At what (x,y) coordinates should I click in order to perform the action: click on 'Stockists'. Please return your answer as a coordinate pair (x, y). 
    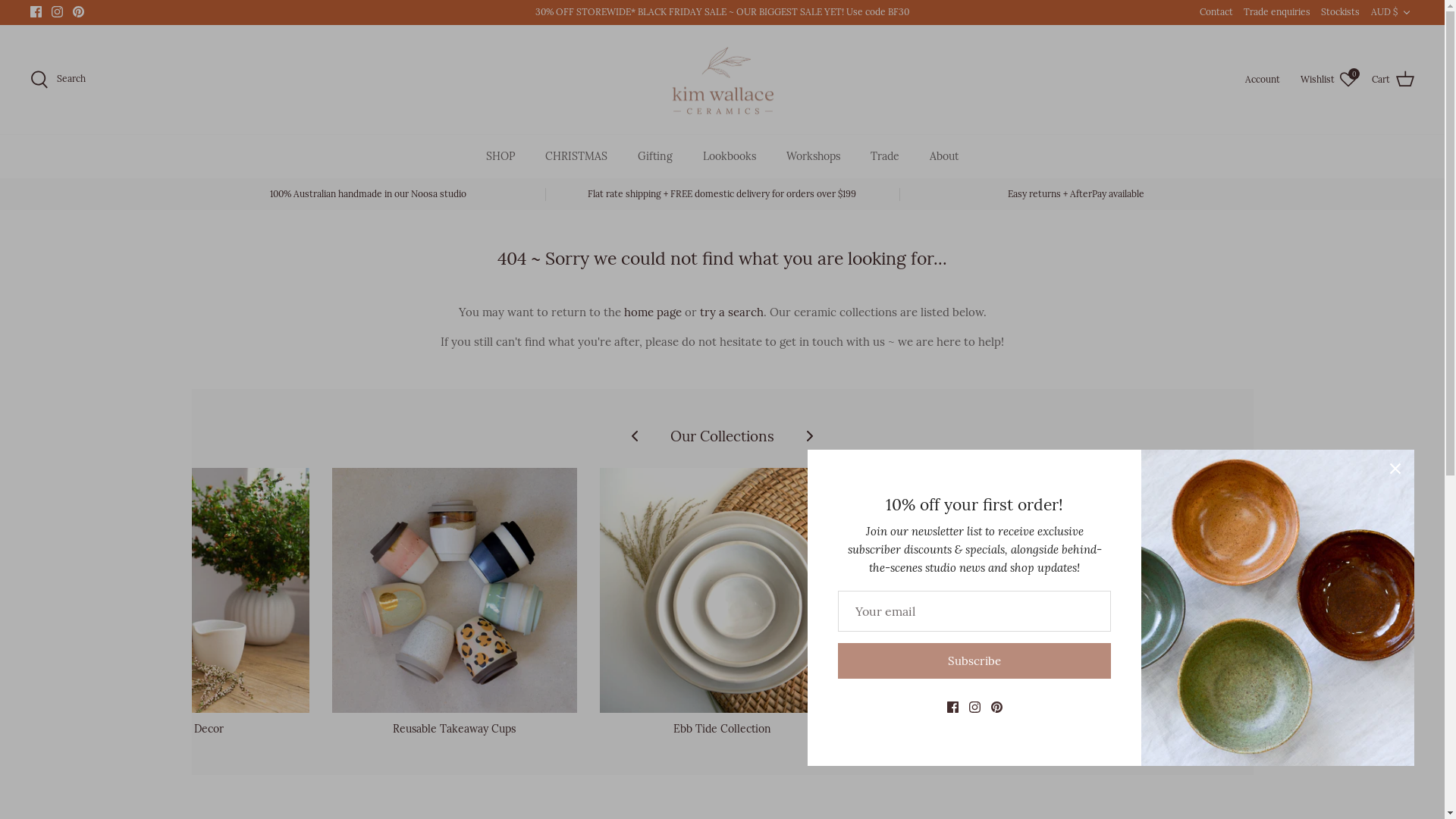
    Looking at the image, I should click on (1340, 12).